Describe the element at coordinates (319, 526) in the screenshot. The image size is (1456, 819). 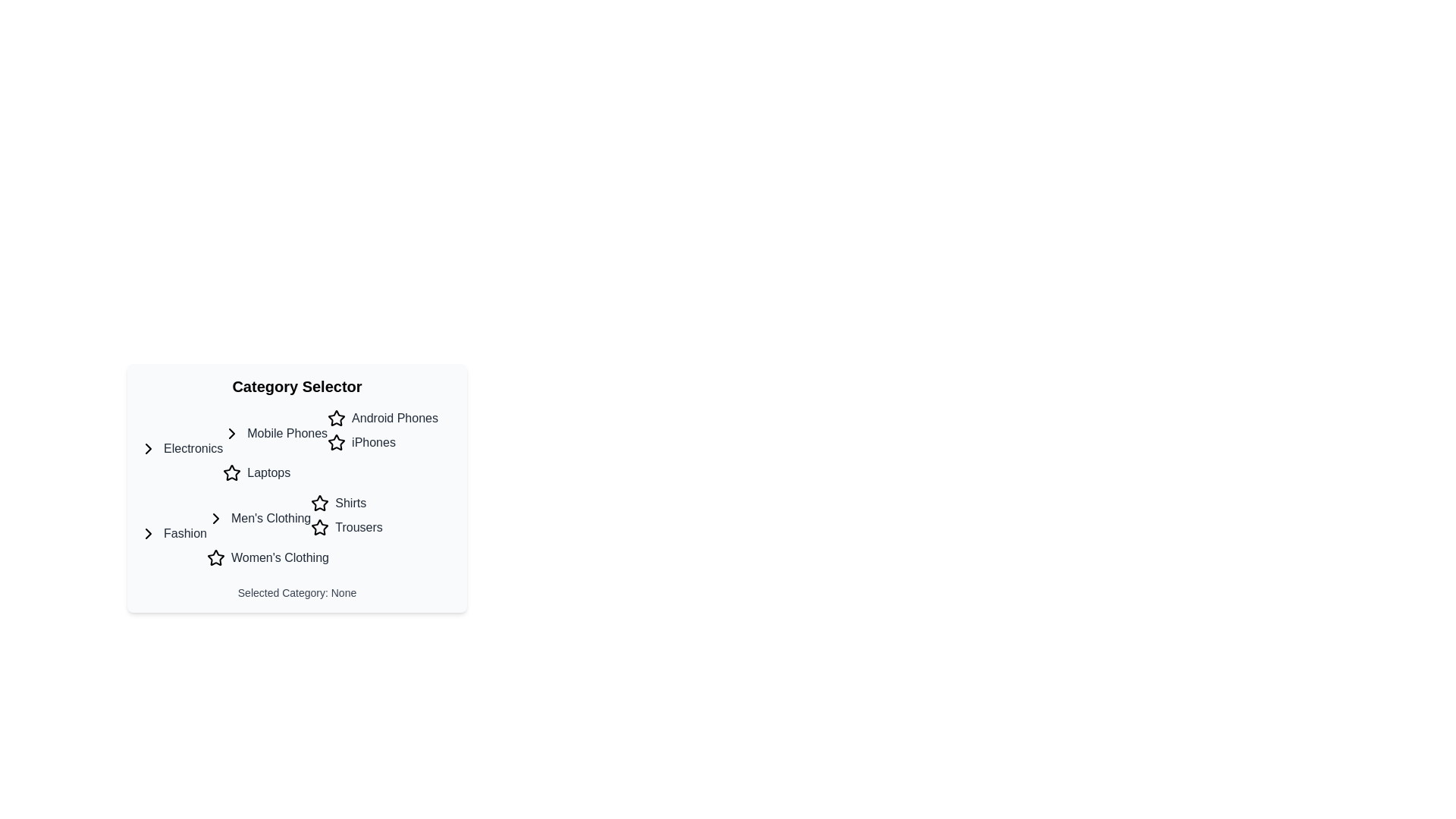
I see `the star icon located to the left of the 'Trousers' text in the 'Men's Clothing' section under the 'Fashion' category` at that location.